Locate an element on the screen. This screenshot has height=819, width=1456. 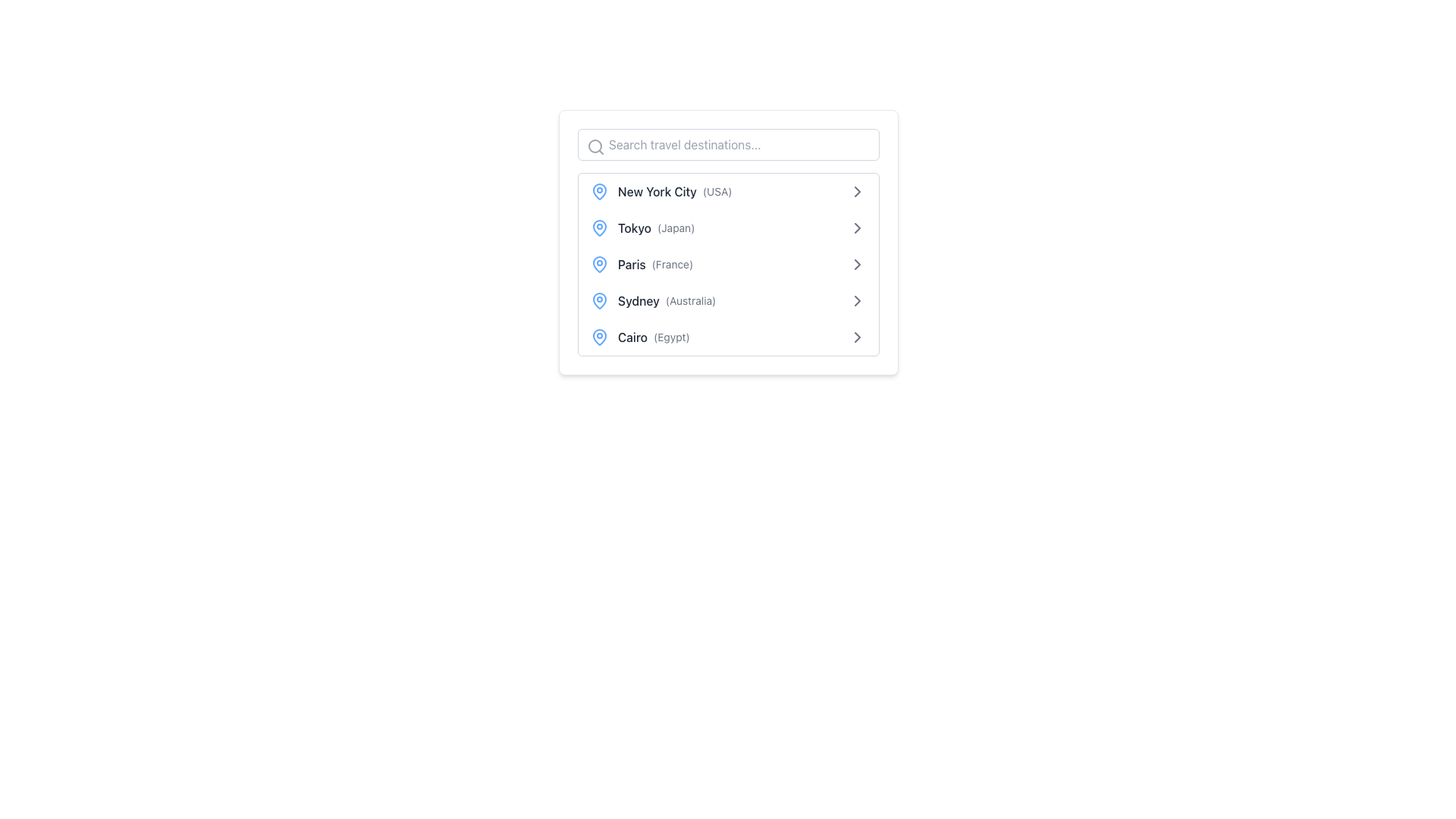
the interactive pin-shaped icon with a blue outline located next to the city name label in the fifth item of the vertical list of locations is located at coordinates (599, 335).